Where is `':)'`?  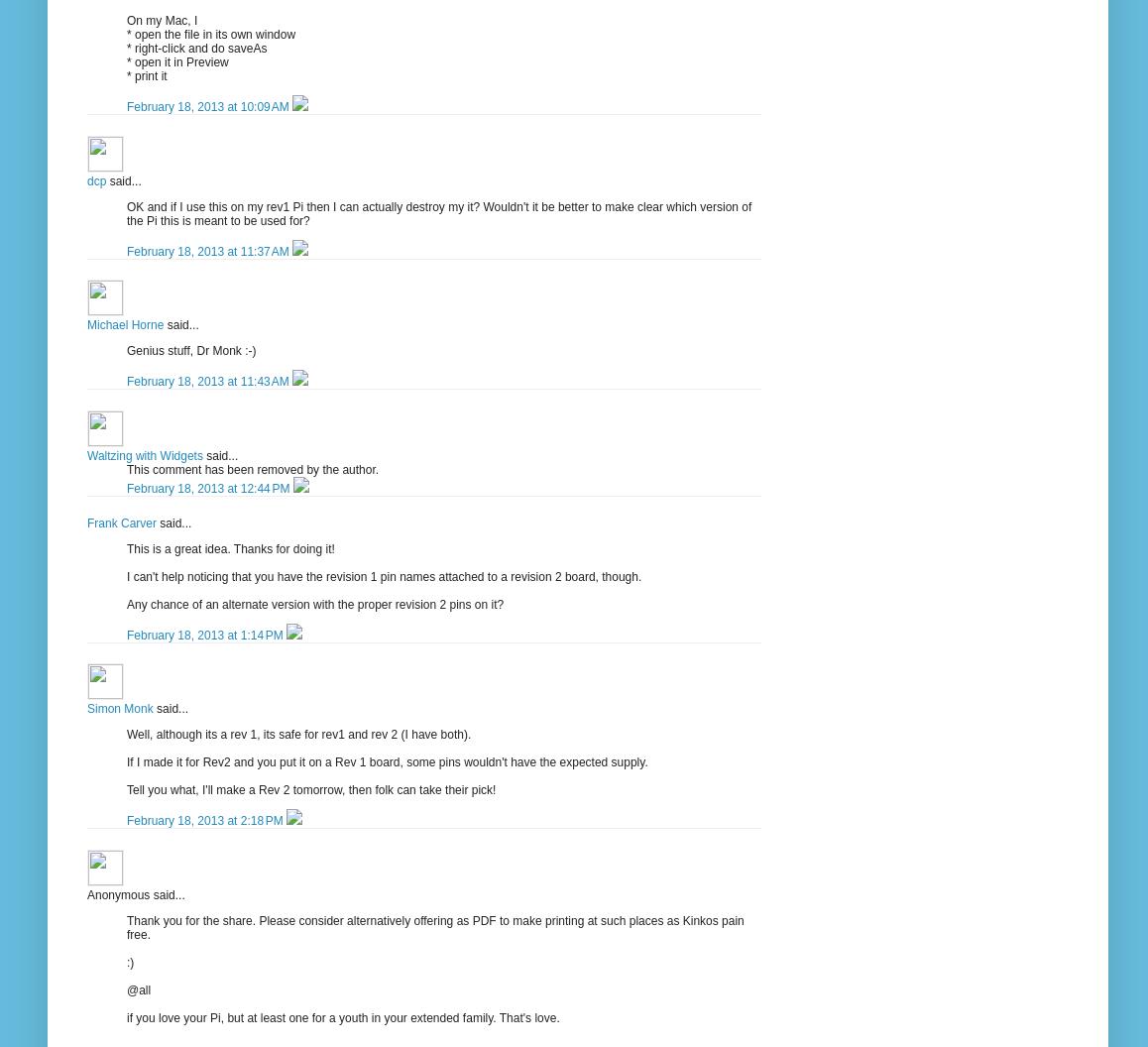 ':)' is located at coordinates (129, 962).